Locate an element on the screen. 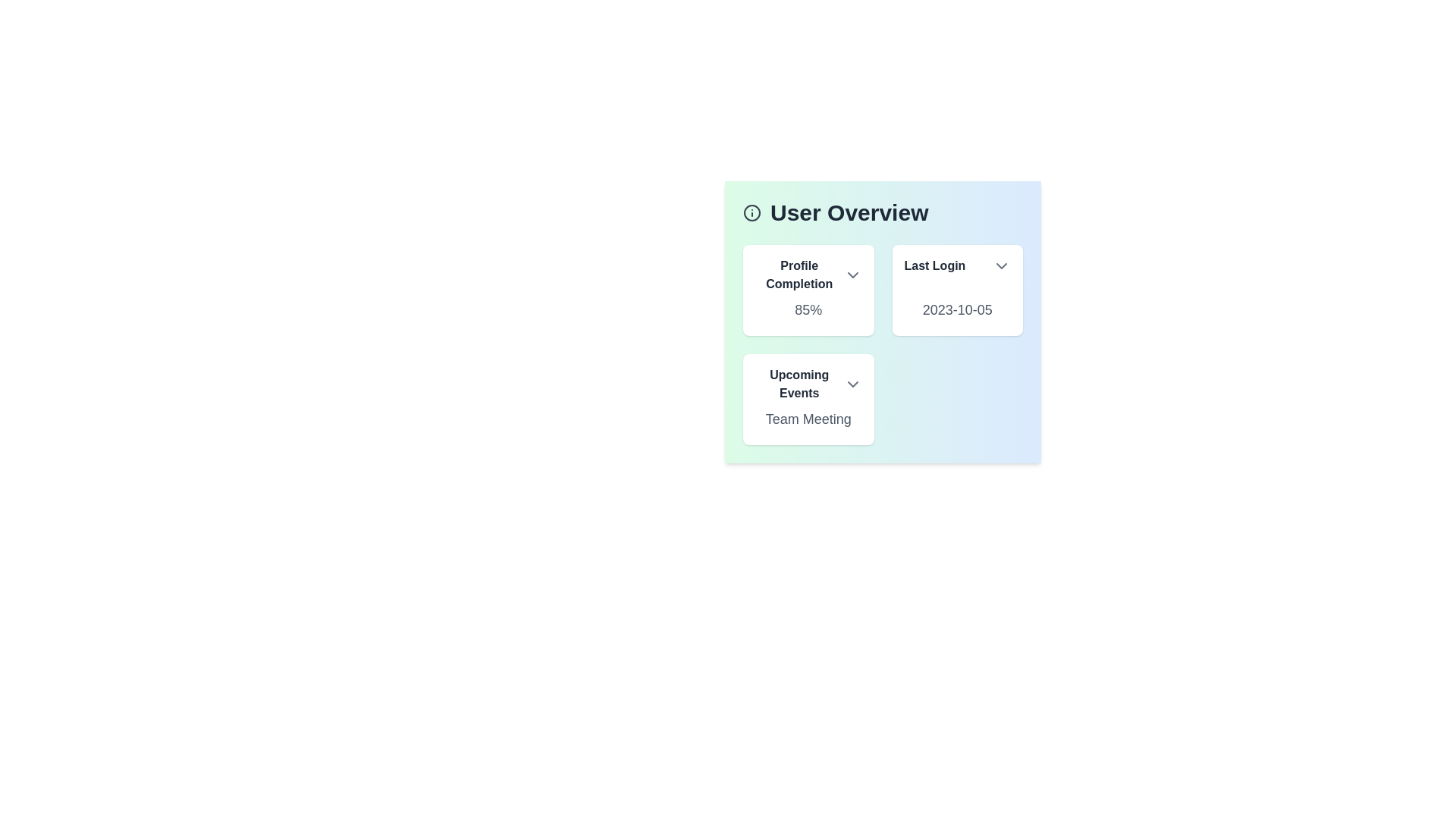 This screenshot has width=1456, height=819. the Informational card that displays the last login date of the user, positioned in the second column of the grid layout is located at coordinates (956, 290).